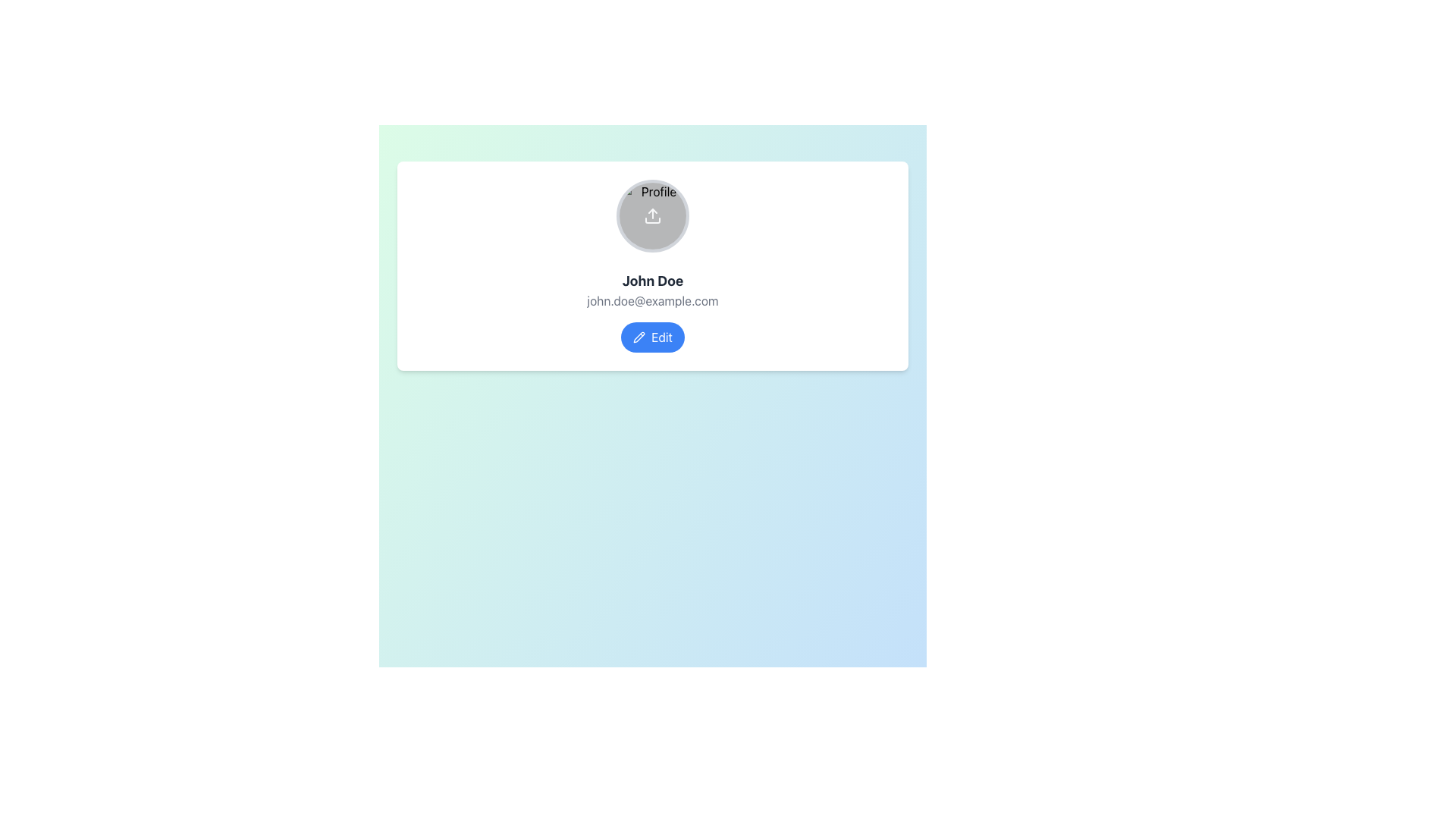 The image size is (1456, 819). I want to click on the 'Edit' button which contains a pencil-shaped icon on its left, so click(639, 336).